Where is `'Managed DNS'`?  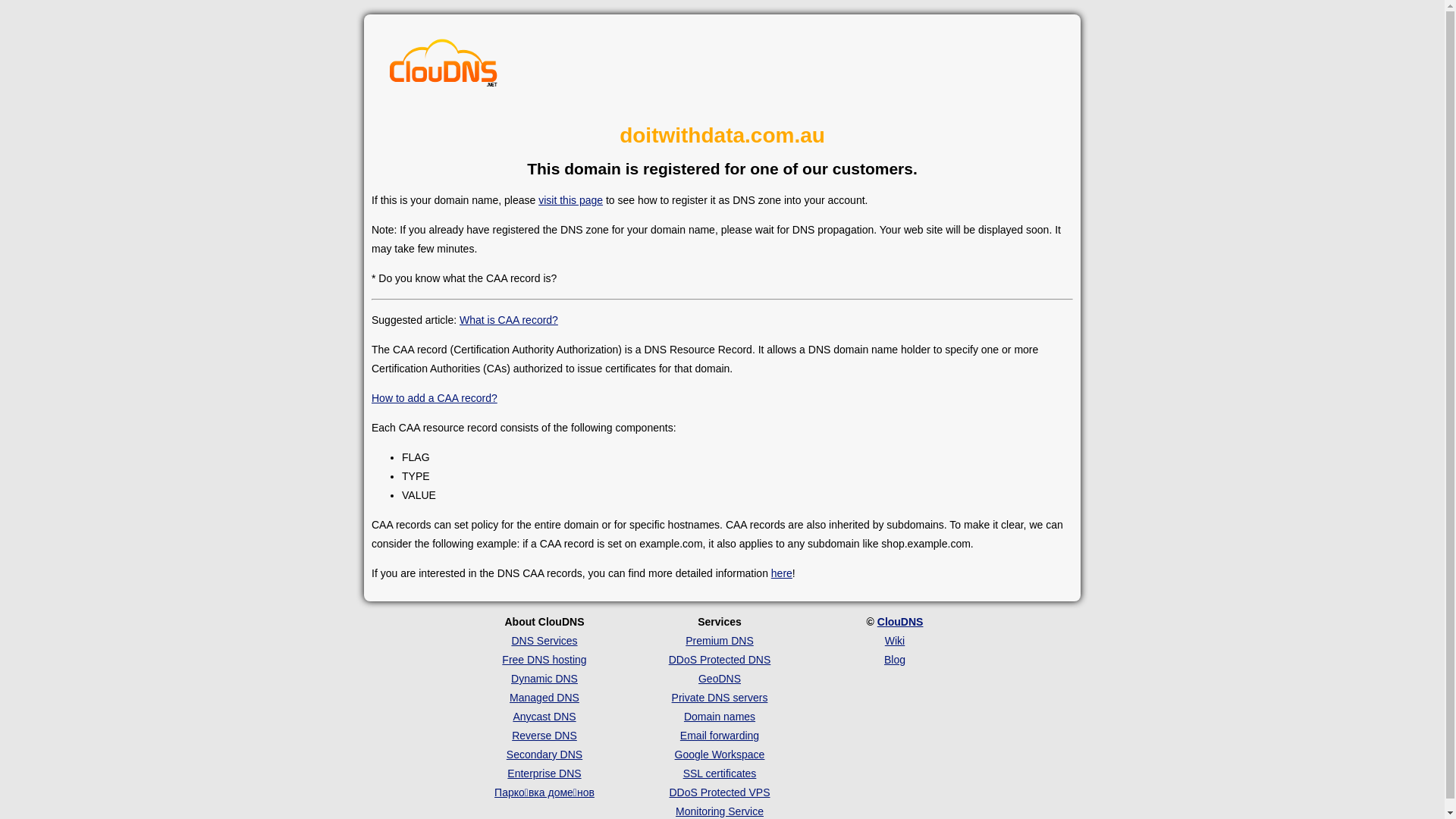
'Managed DNS' is located at coordinates (510, 698).